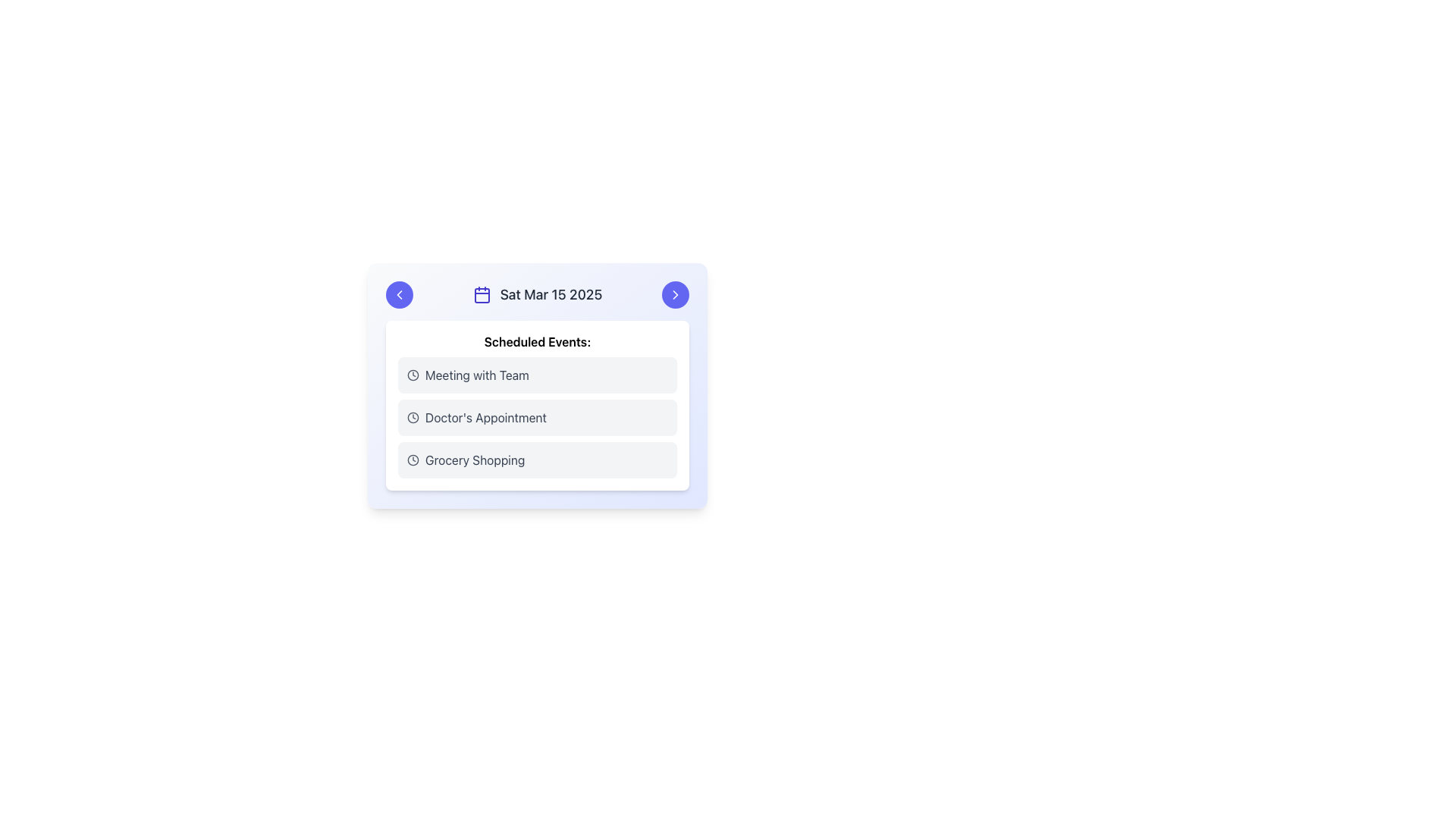 This screenshot has width=1456, height=819. I want to click on the first scheduled event item titled 'Meeting with Team' in the 'Scheduled Events' list, so click(538, 375).